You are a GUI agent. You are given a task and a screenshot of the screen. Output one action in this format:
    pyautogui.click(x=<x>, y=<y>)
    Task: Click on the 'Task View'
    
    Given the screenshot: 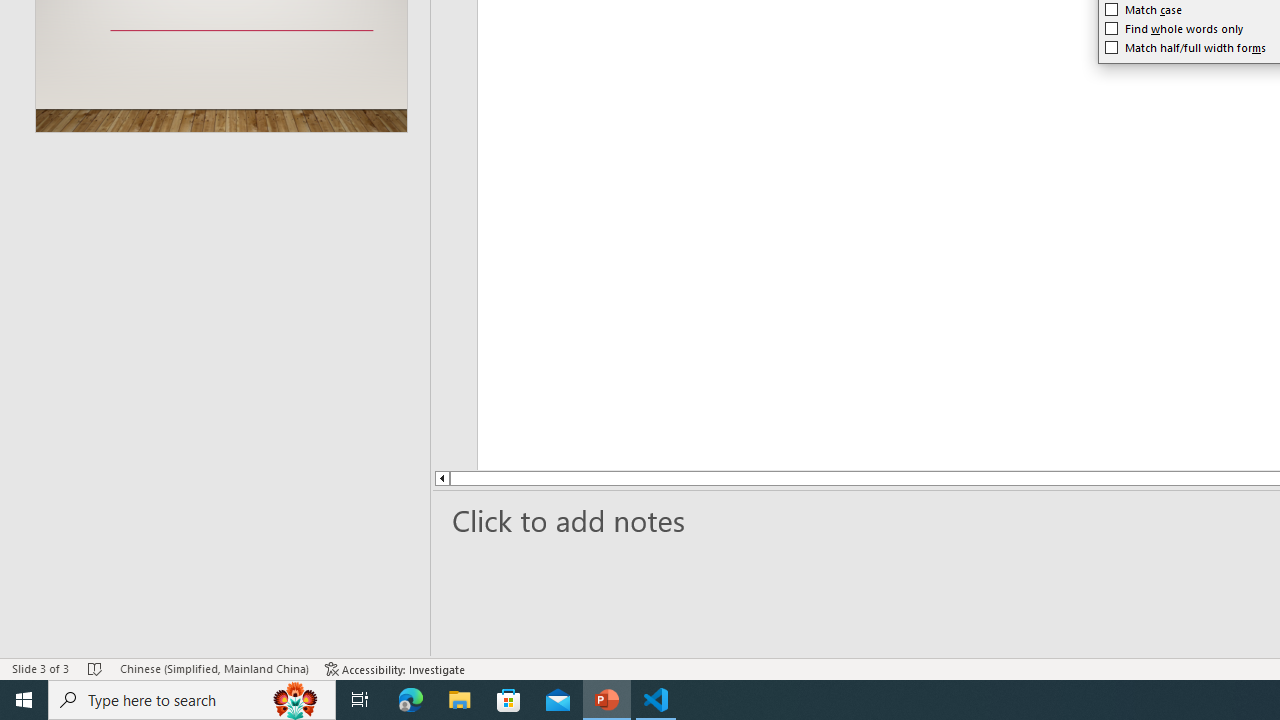 What is the action you would take?
    pyautogui.click(x=359, y=698)
    